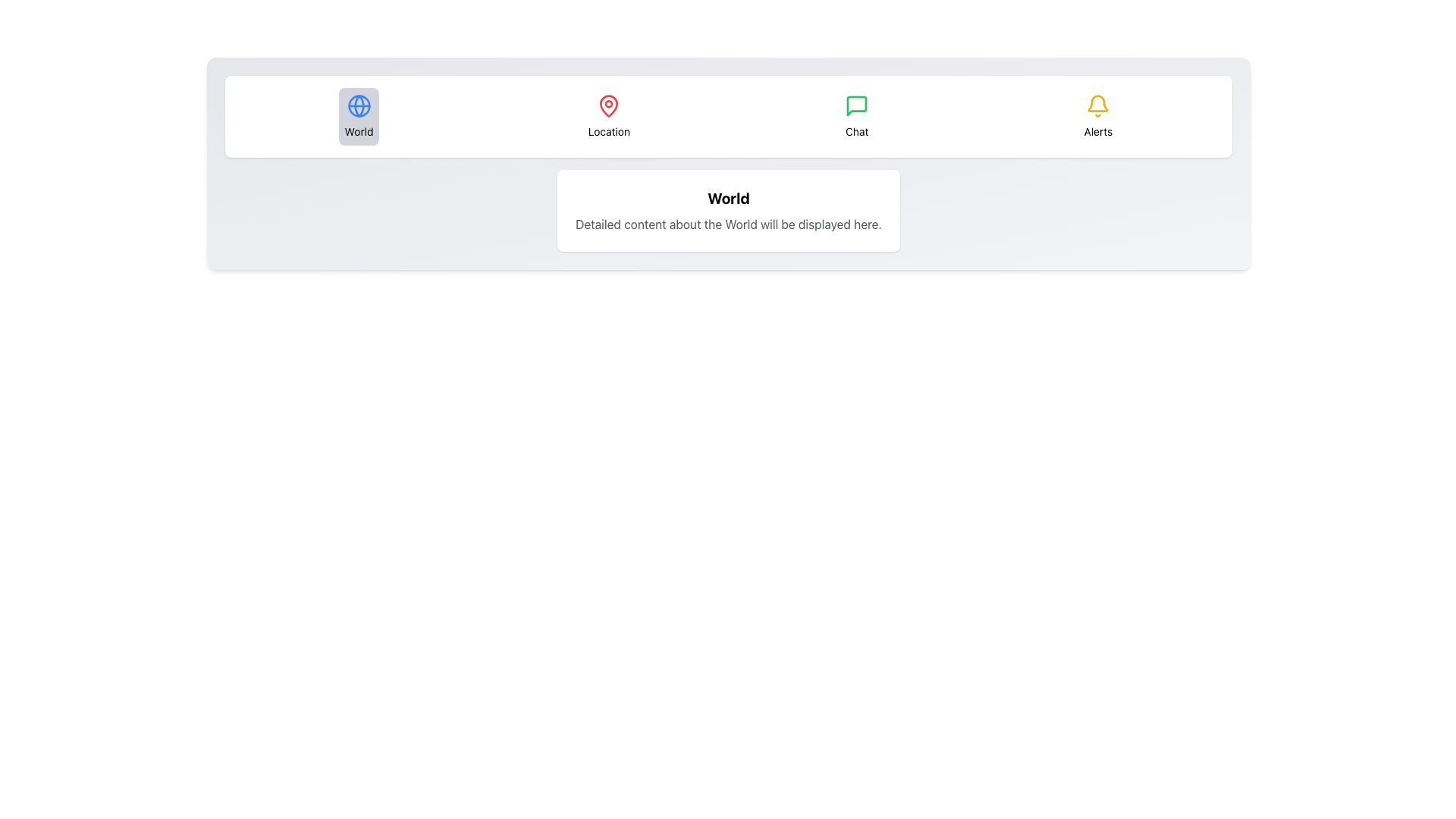  I want to click on the third button in the navigation bar that navigates to the chat section of the application, so click(857, 116).